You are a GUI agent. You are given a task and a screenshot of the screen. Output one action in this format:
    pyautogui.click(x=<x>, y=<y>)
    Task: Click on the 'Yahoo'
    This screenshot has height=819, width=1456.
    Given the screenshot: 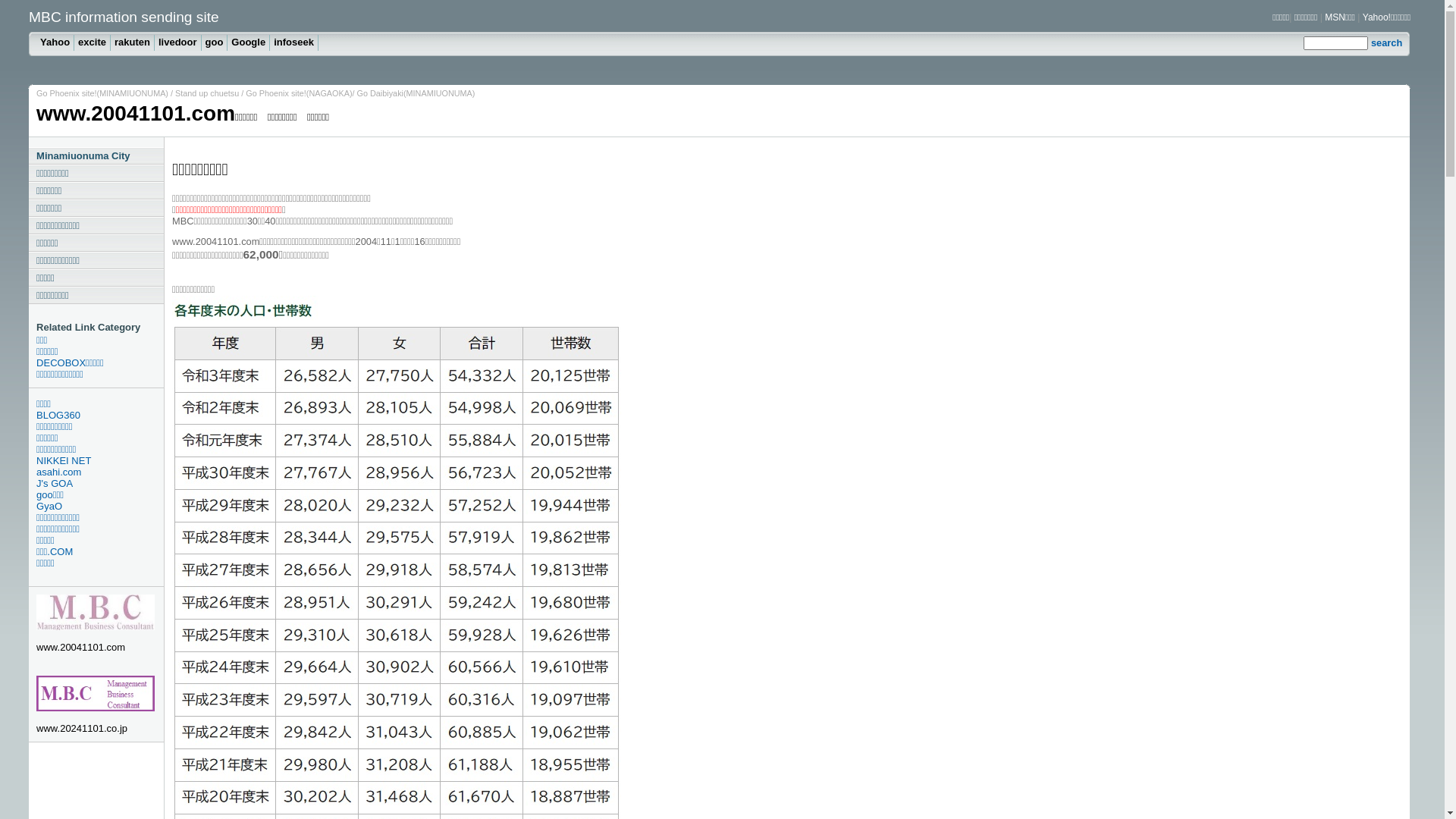 What is the action you would take?
    pyautogui.click(x=55, y=42)
    